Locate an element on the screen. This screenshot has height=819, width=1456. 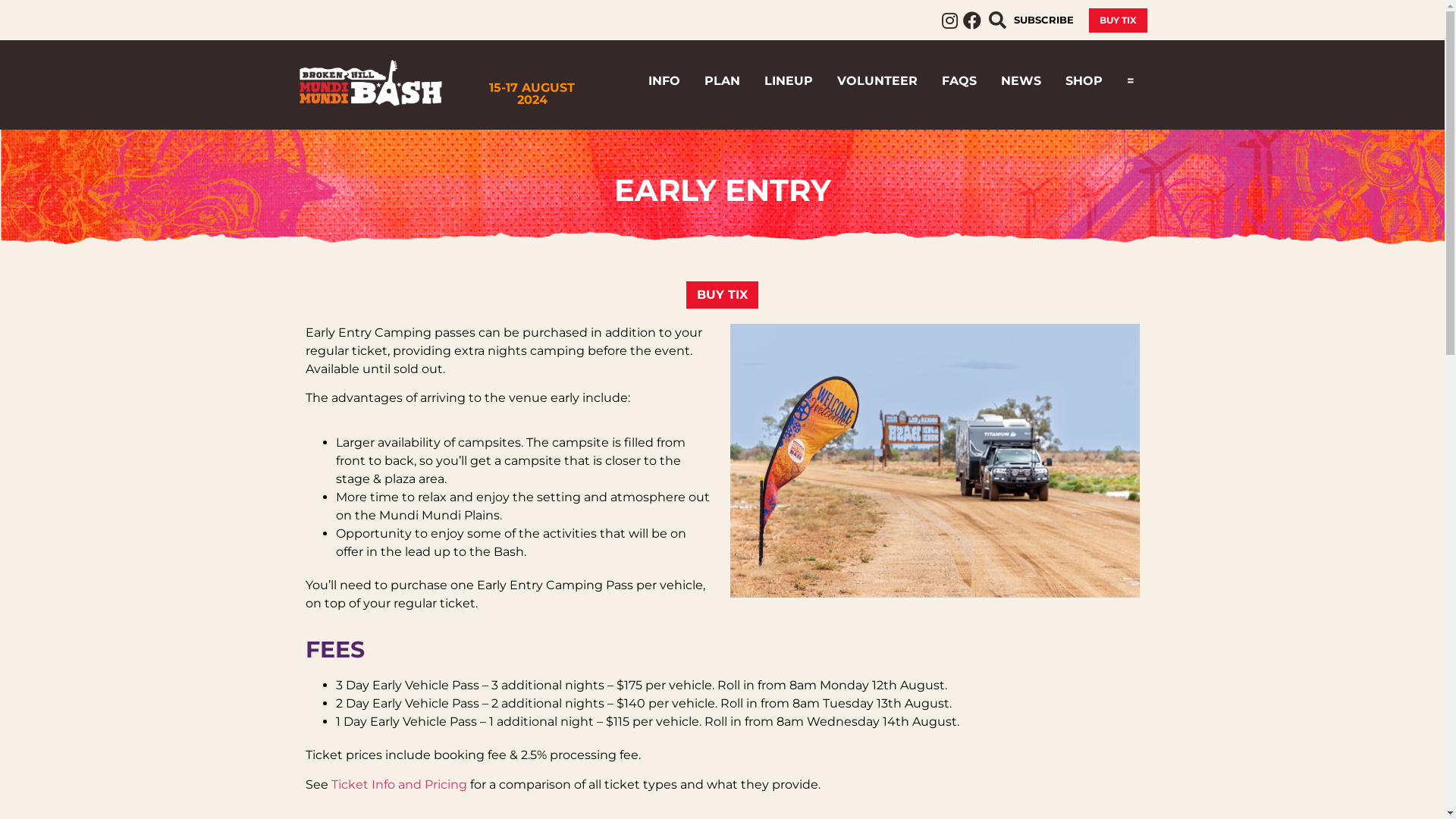
'VOLUNTEER' is located at coordinates (877, 81).